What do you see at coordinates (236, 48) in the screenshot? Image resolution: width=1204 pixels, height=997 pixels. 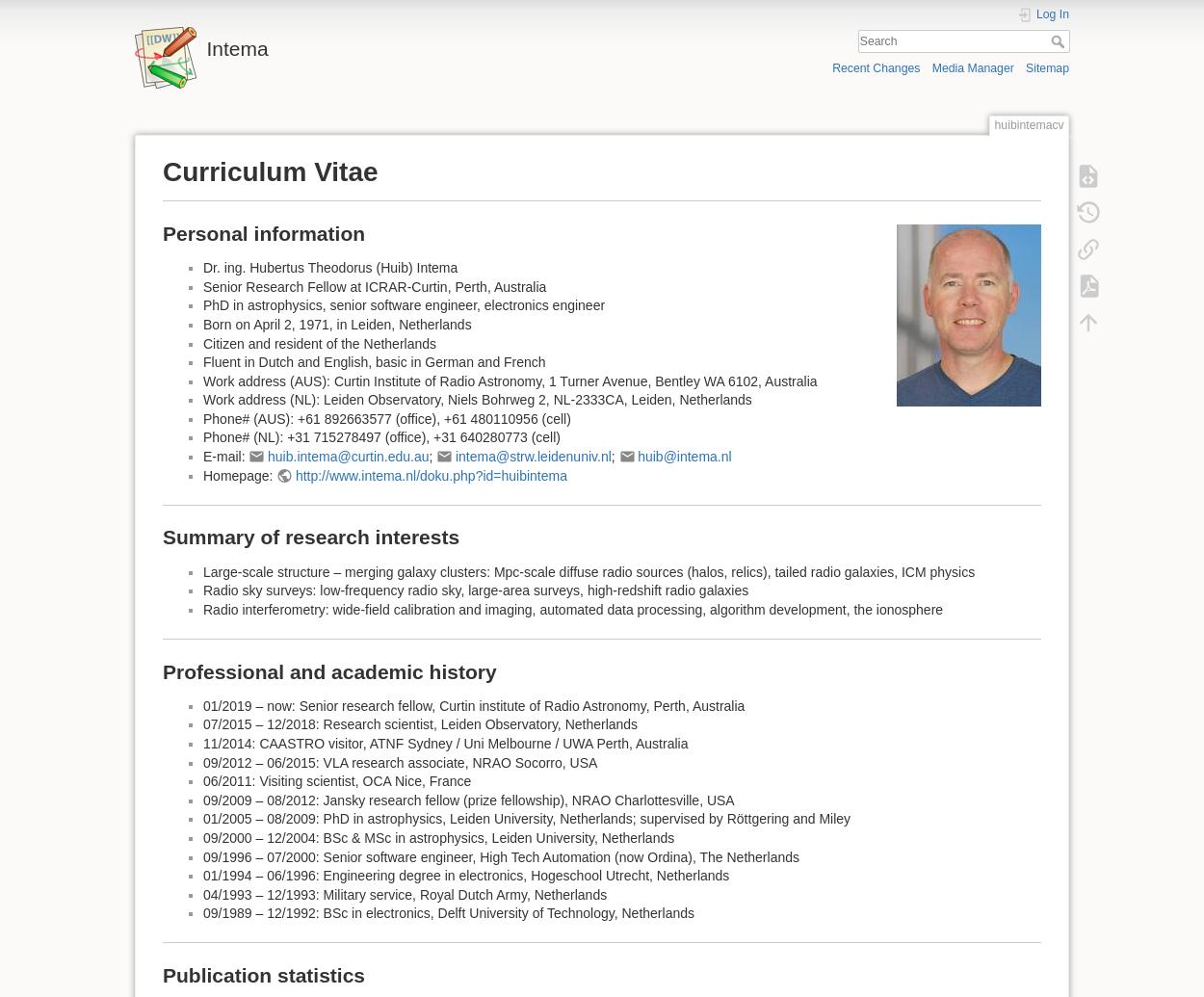 I see `'Intema'` at bounding box center [236, 48].